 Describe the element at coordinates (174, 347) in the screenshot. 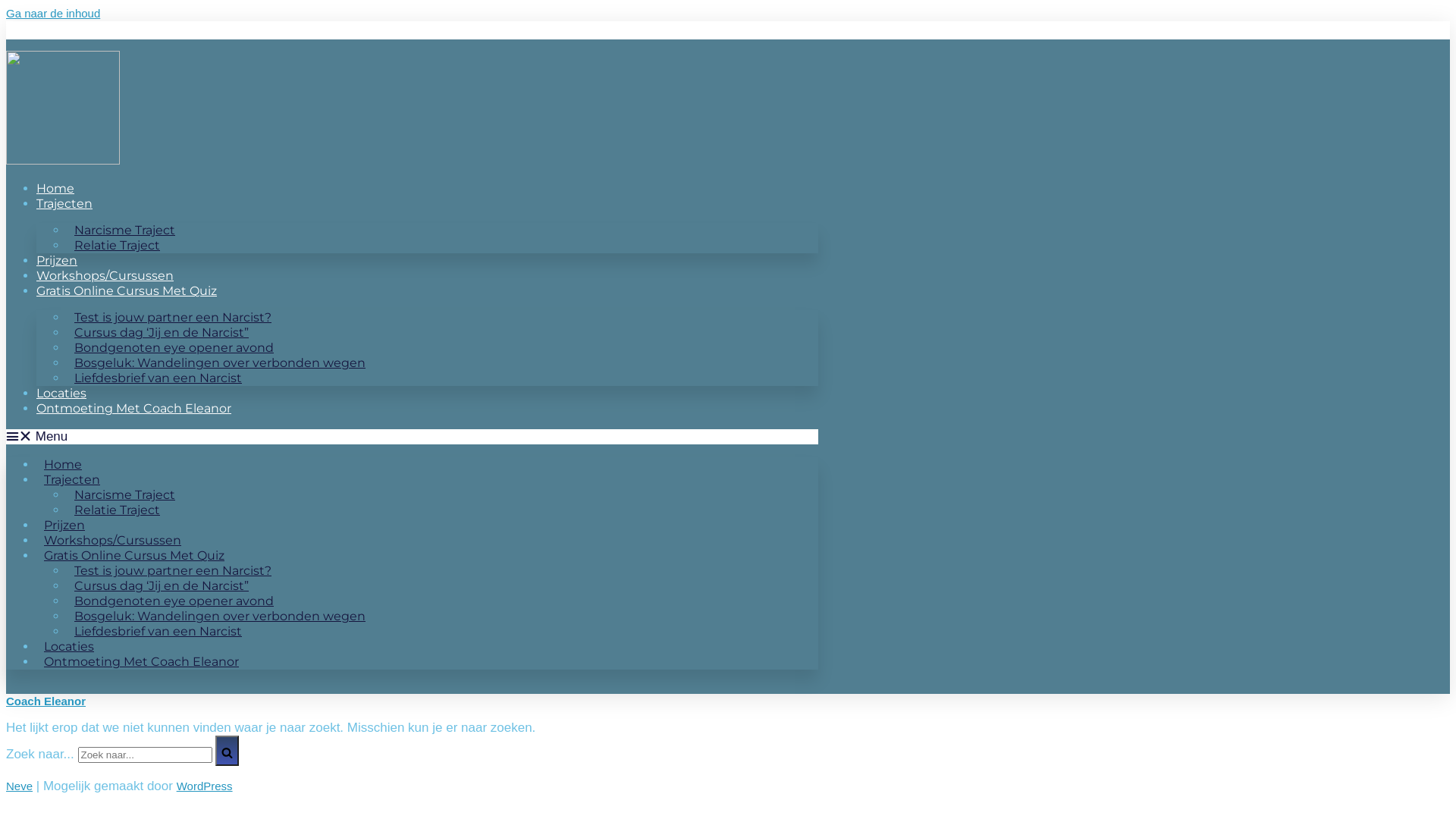

I see `'Bondgenoten eye opener avond'` at that location.